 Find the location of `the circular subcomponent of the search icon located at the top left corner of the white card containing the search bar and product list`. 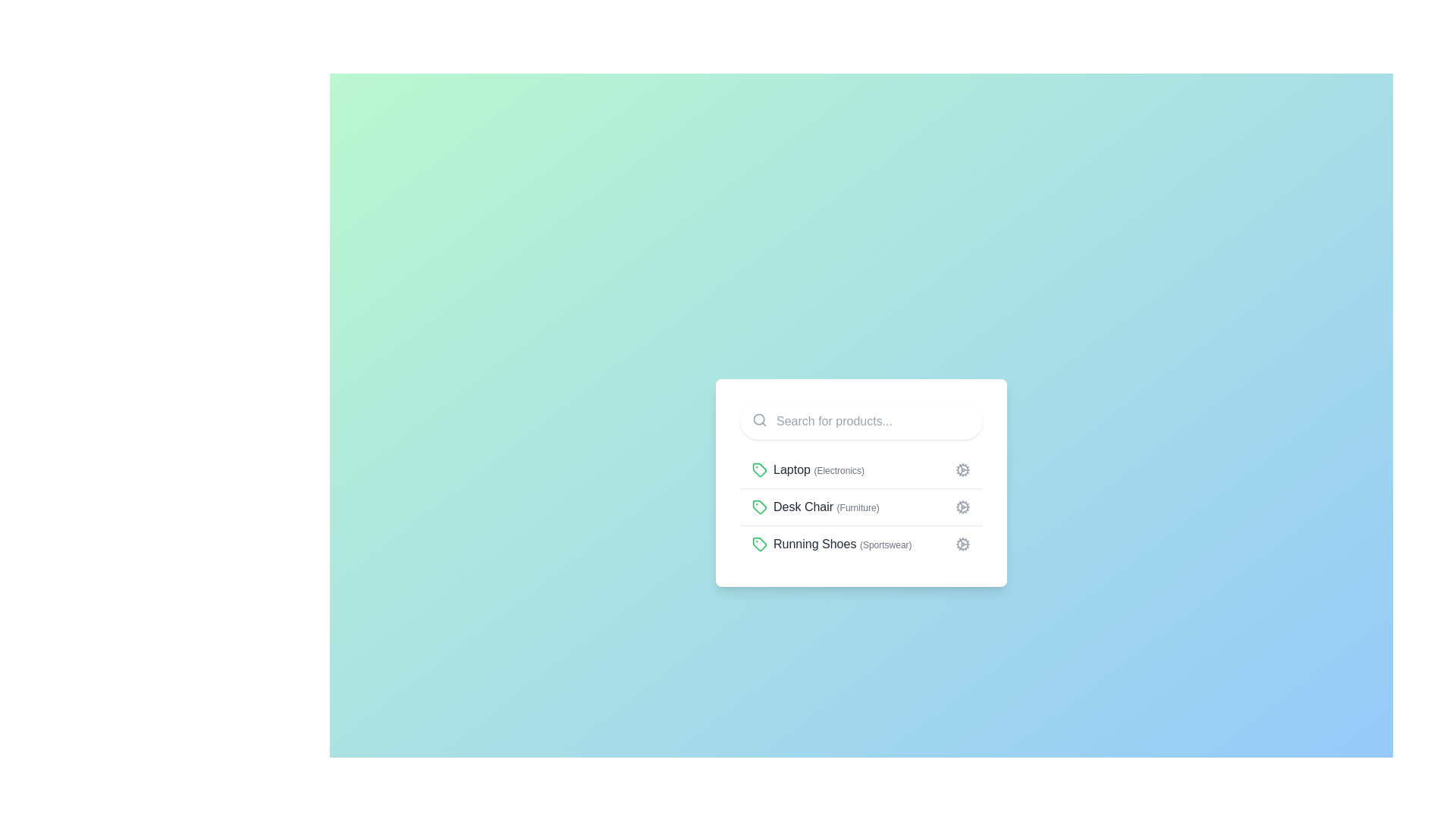

the circular subcomponent of the search icon located at the top left corner of the white card containing the search bar and product list is located at coordinates (759, 419).